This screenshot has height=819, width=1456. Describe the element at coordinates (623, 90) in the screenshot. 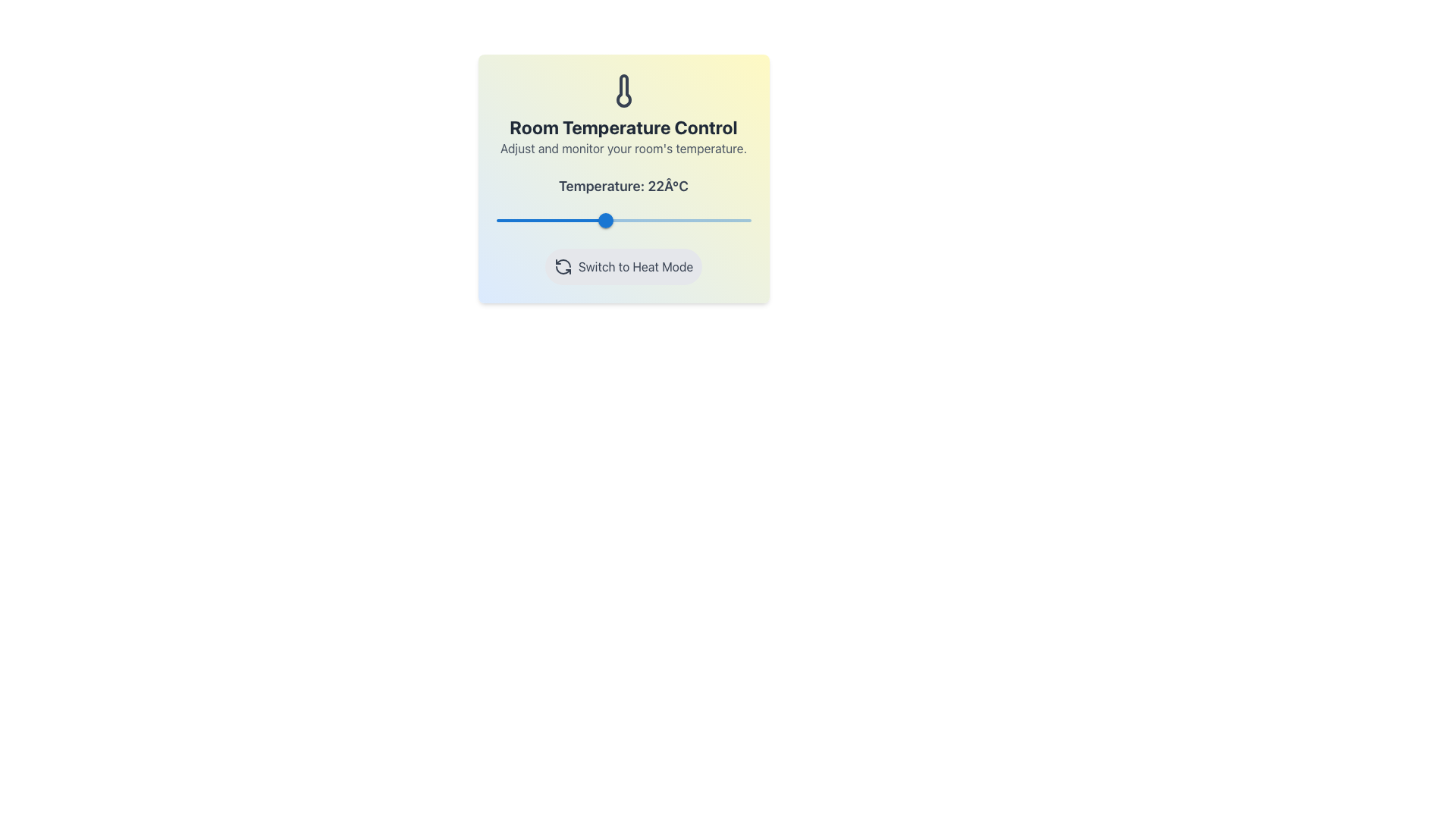

I see `the interior portion of the thermometer icon, which is located inside the thermometer icon at the top of the Room Temperature Control card` at that location.